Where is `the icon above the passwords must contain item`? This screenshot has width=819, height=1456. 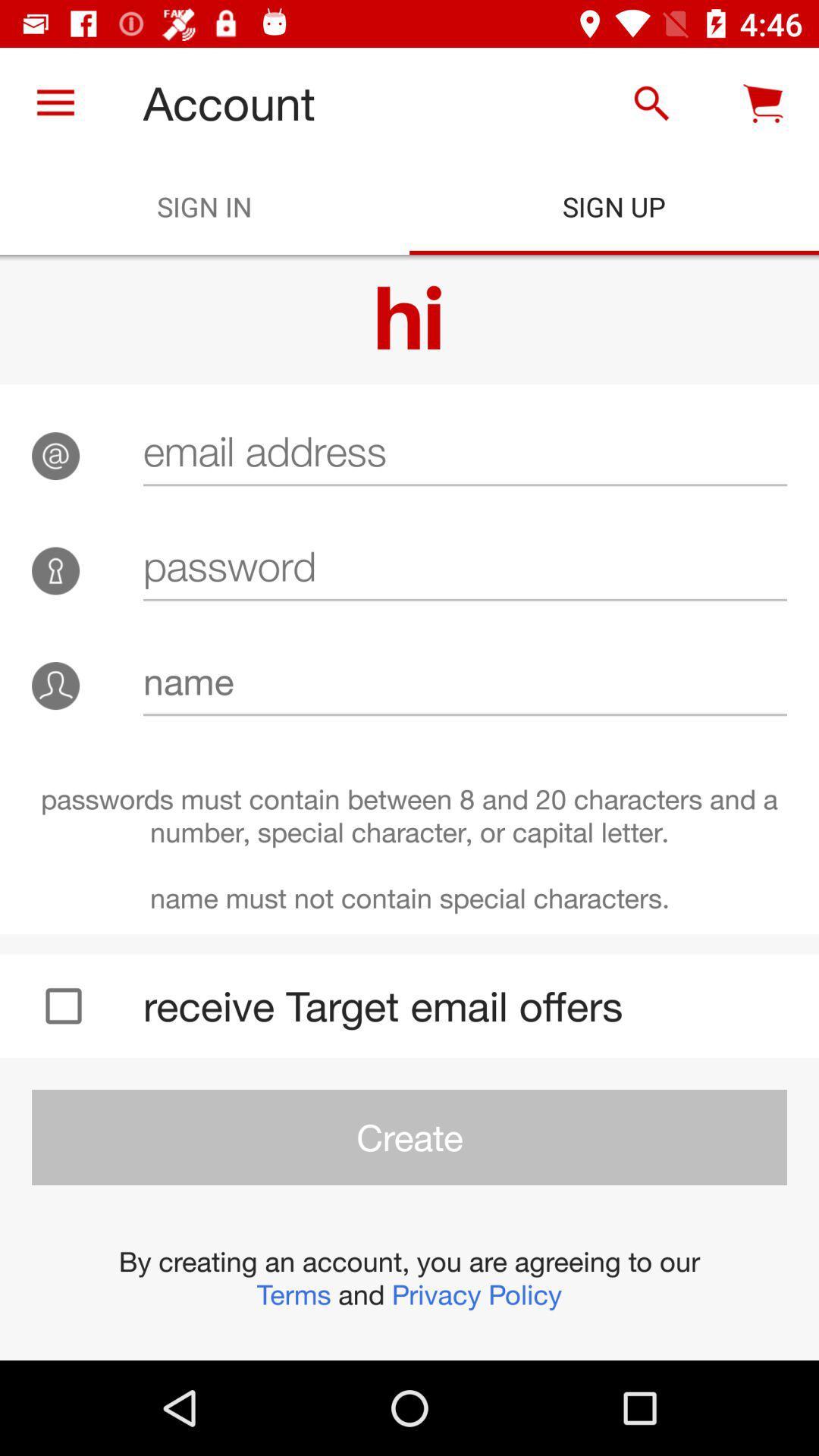
the icon above the passwords must contain item is located at coordinates (464, 680).